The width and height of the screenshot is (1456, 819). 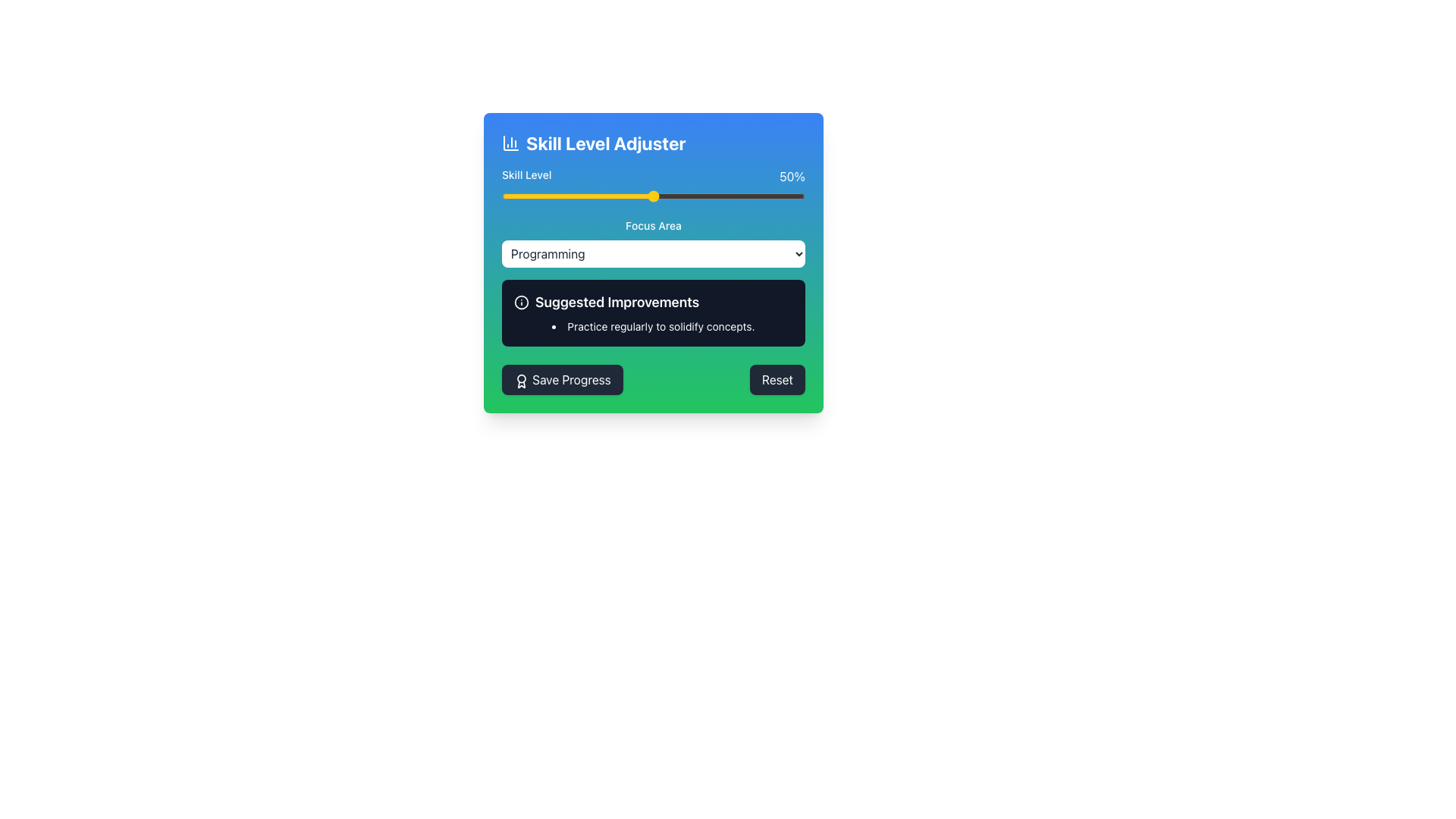 What do you see at coordinates (659, 195) in the screenshot?
I see `the skill level` at bounding box center [659, 195].